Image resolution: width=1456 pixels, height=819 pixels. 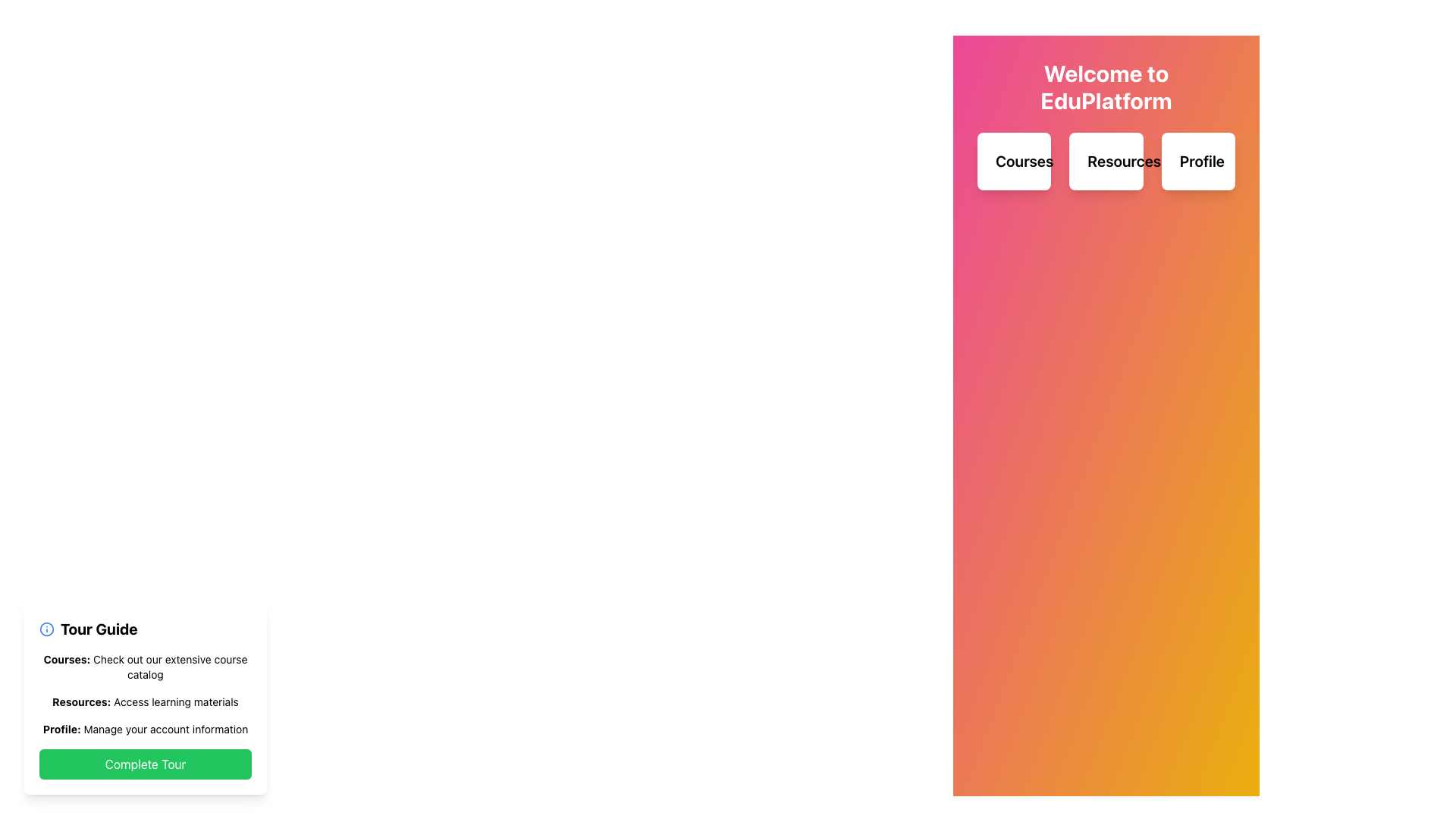 I want to click on the welcoming header text label that identifies the platform name, positioned at the top of the UI layout above the buttons labeled 'Courses', 'Resources', and 'Profile', so click(x=1106, y=87).